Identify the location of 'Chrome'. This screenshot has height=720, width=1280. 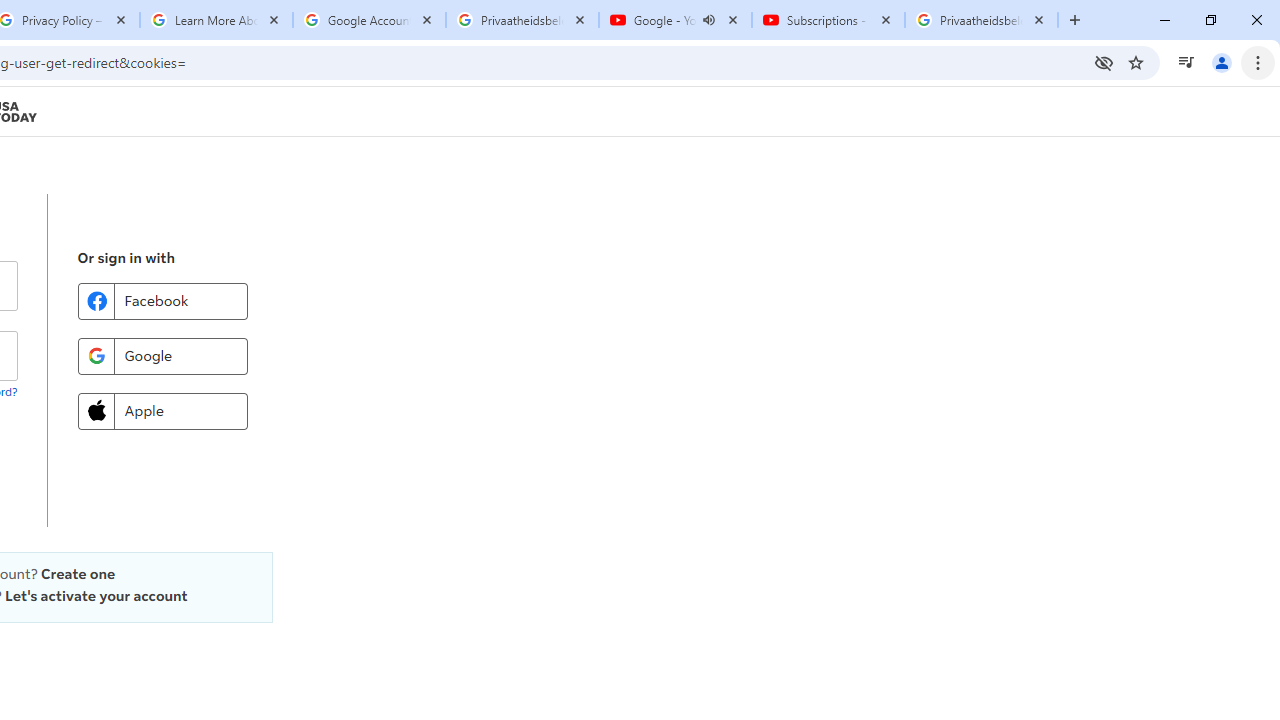
(1259, 61).